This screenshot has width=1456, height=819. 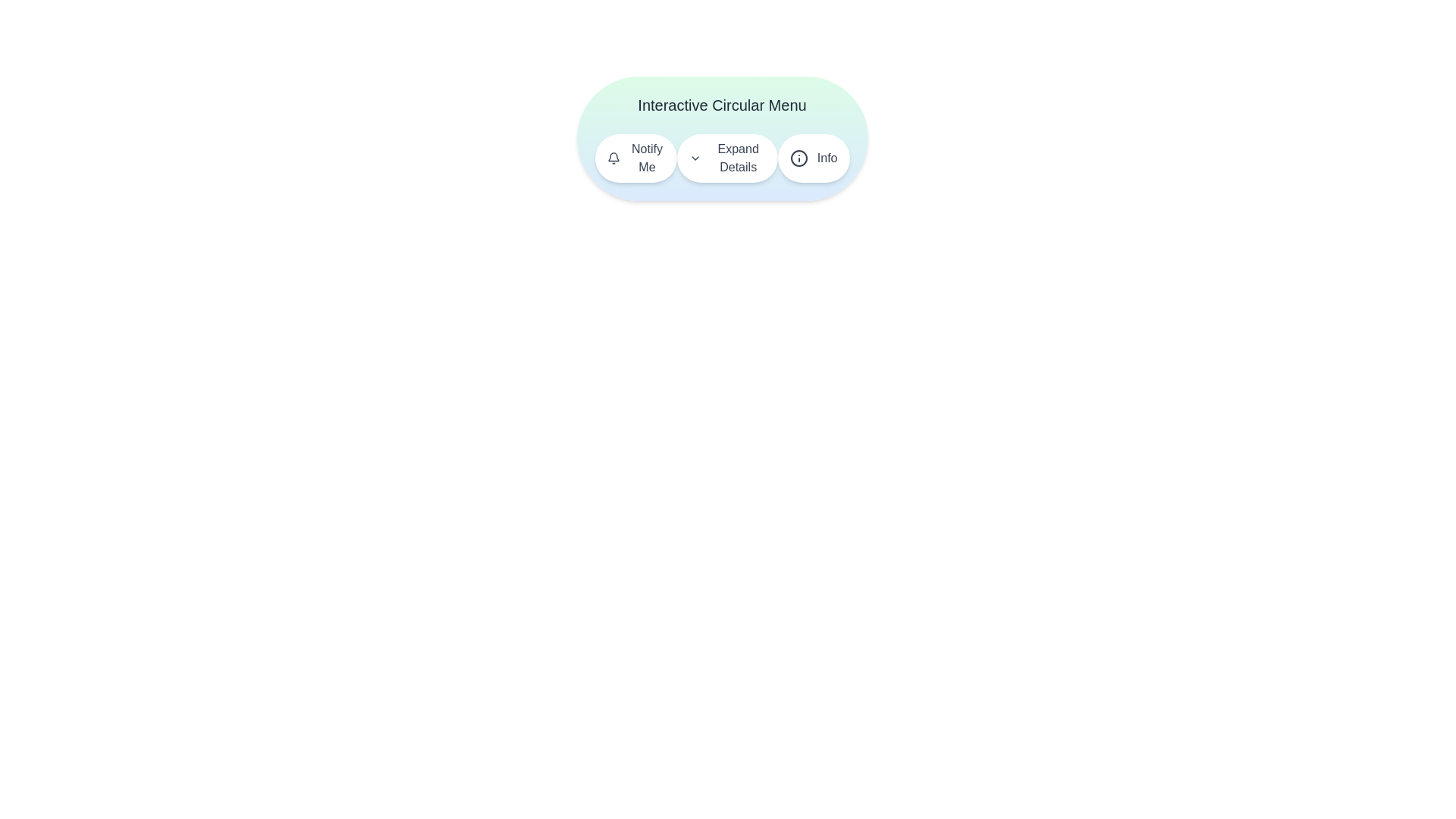 I want to click on the button labeled Info, so click(x=813, y=158).